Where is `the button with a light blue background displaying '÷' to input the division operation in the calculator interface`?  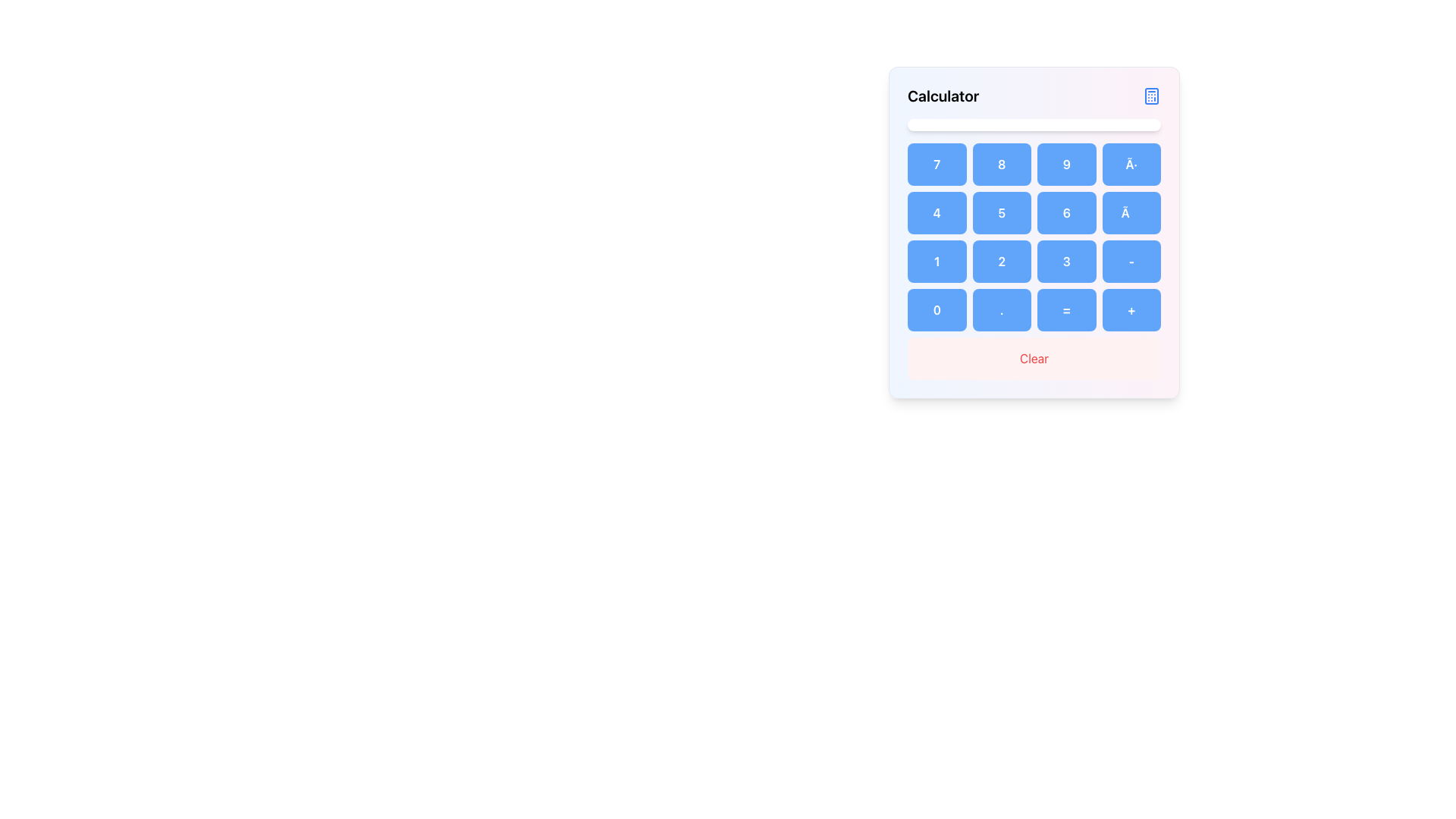 the button with a light blue background displaying '÷' to input the division operation in the calculator interface is located at coordinates (1131, 164).